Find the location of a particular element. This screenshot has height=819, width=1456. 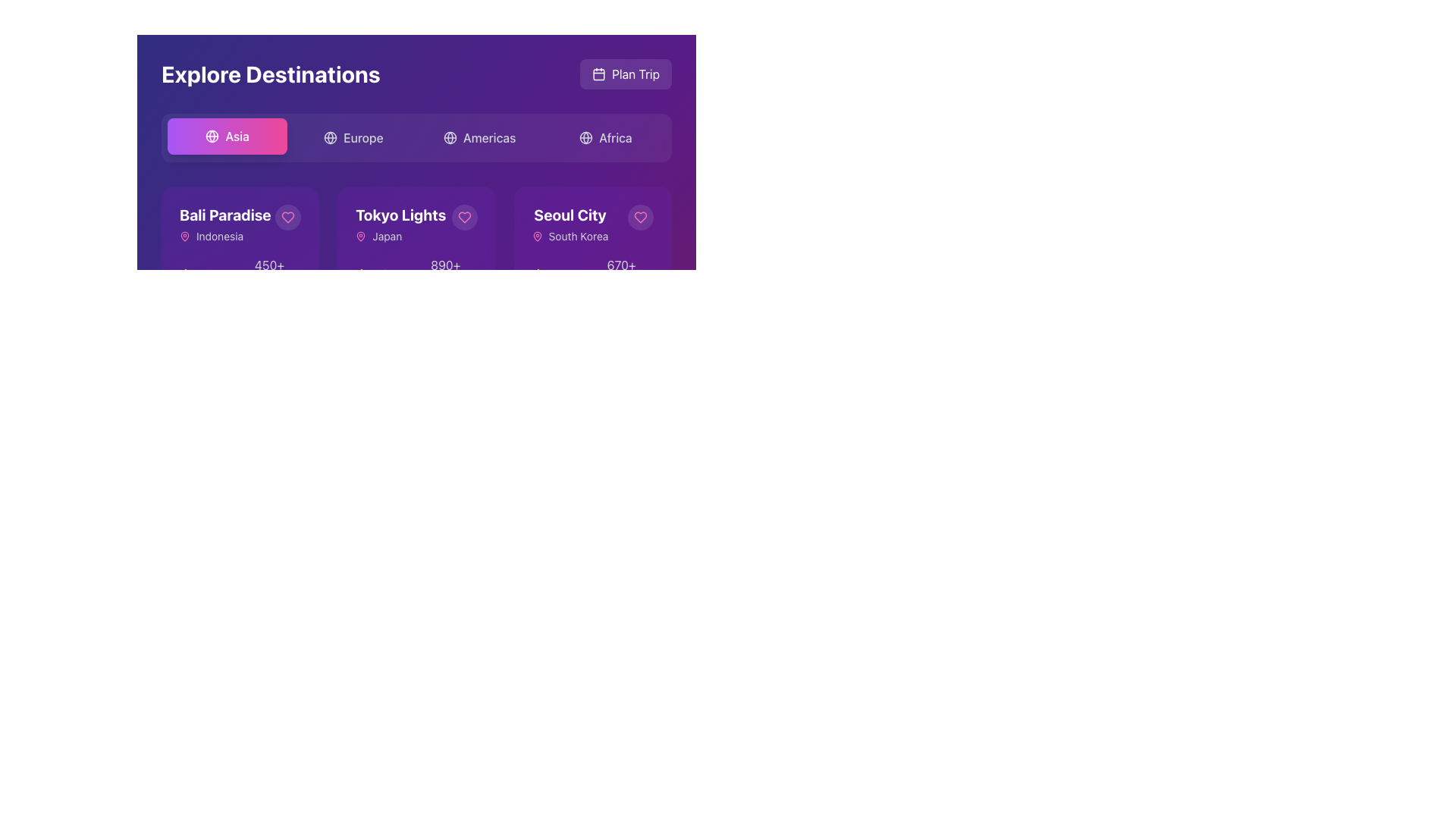

the decorative part of the globe icon, which is located to the left of the 'Asia' button in the top bar of the interface is located at coordinates (212, 136).